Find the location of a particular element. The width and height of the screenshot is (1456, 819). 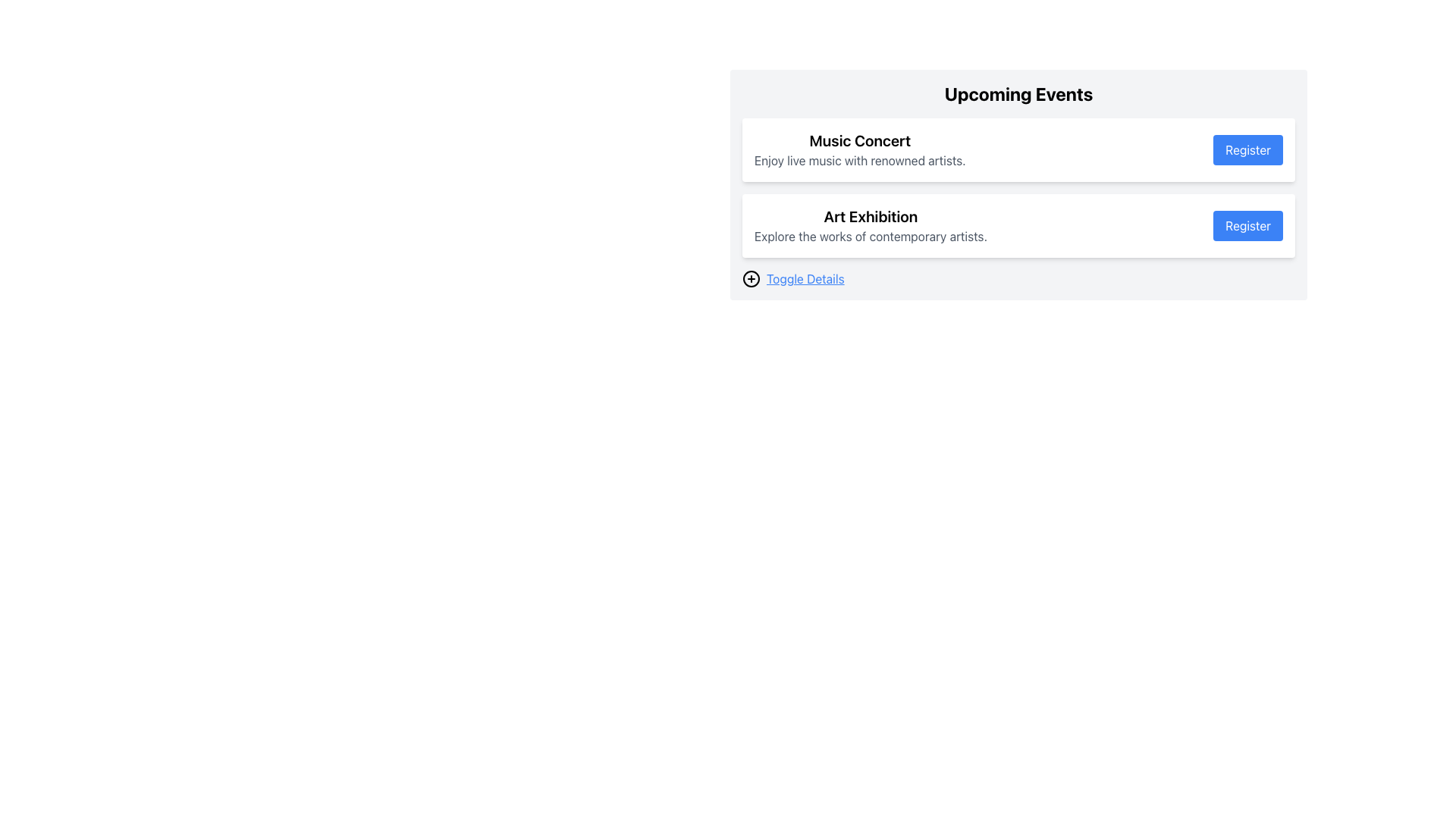

text label providing information about the 'Art Exhibition', located below the 'Art Exhibition' heading in the second event block of upcoming events is located at coordinates (871, 237).